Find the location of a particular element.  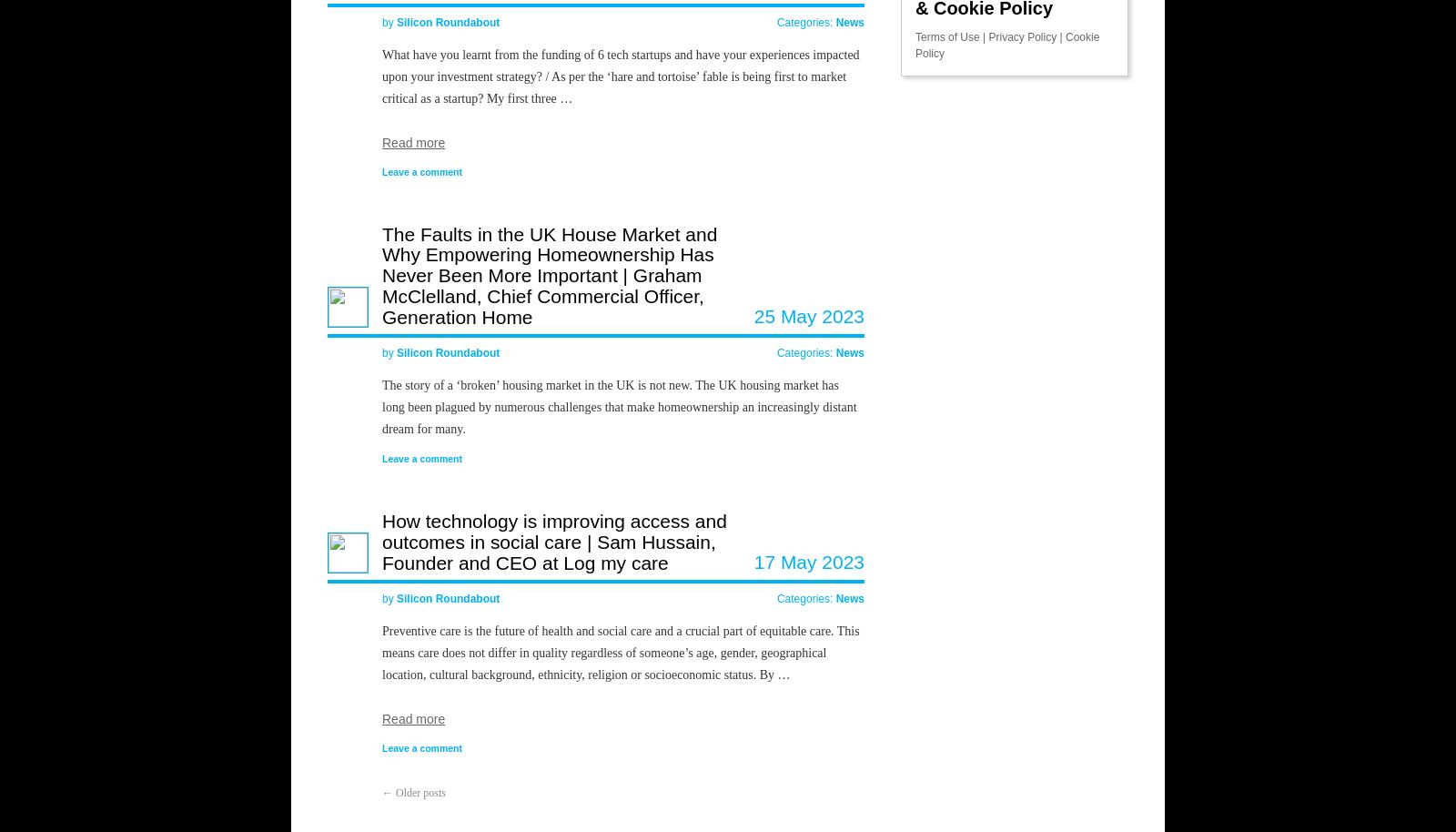

'The Faults in the UK House Market and Why Empowering Homeownership Has Never Been More Important | Graham McClelland, Chief Commercial Officer, Generation Home' is located at coordinates (550, 274).